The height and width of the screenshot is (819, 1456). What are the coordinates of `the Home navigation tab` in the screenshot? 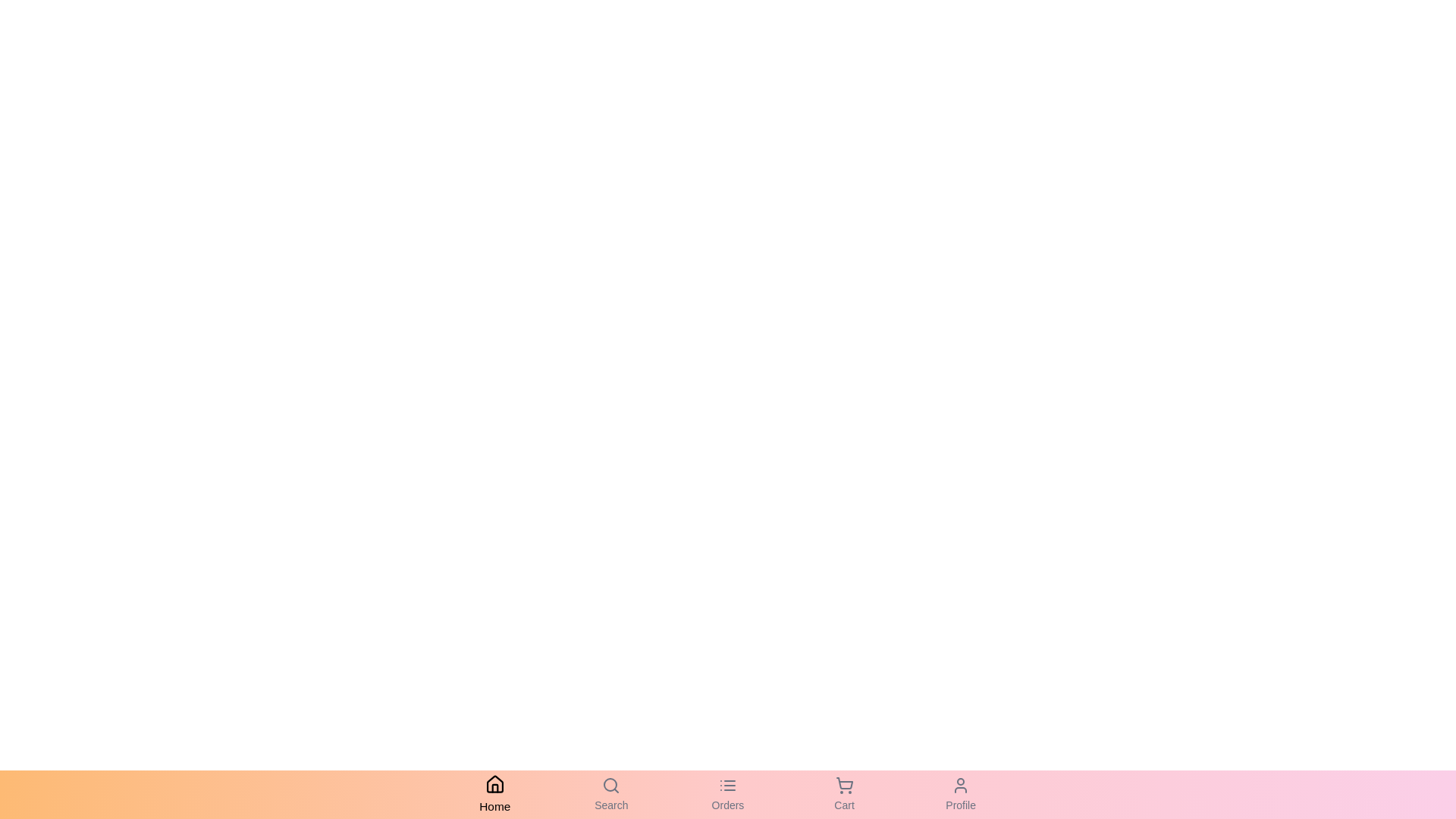 It's located at (494, 794).